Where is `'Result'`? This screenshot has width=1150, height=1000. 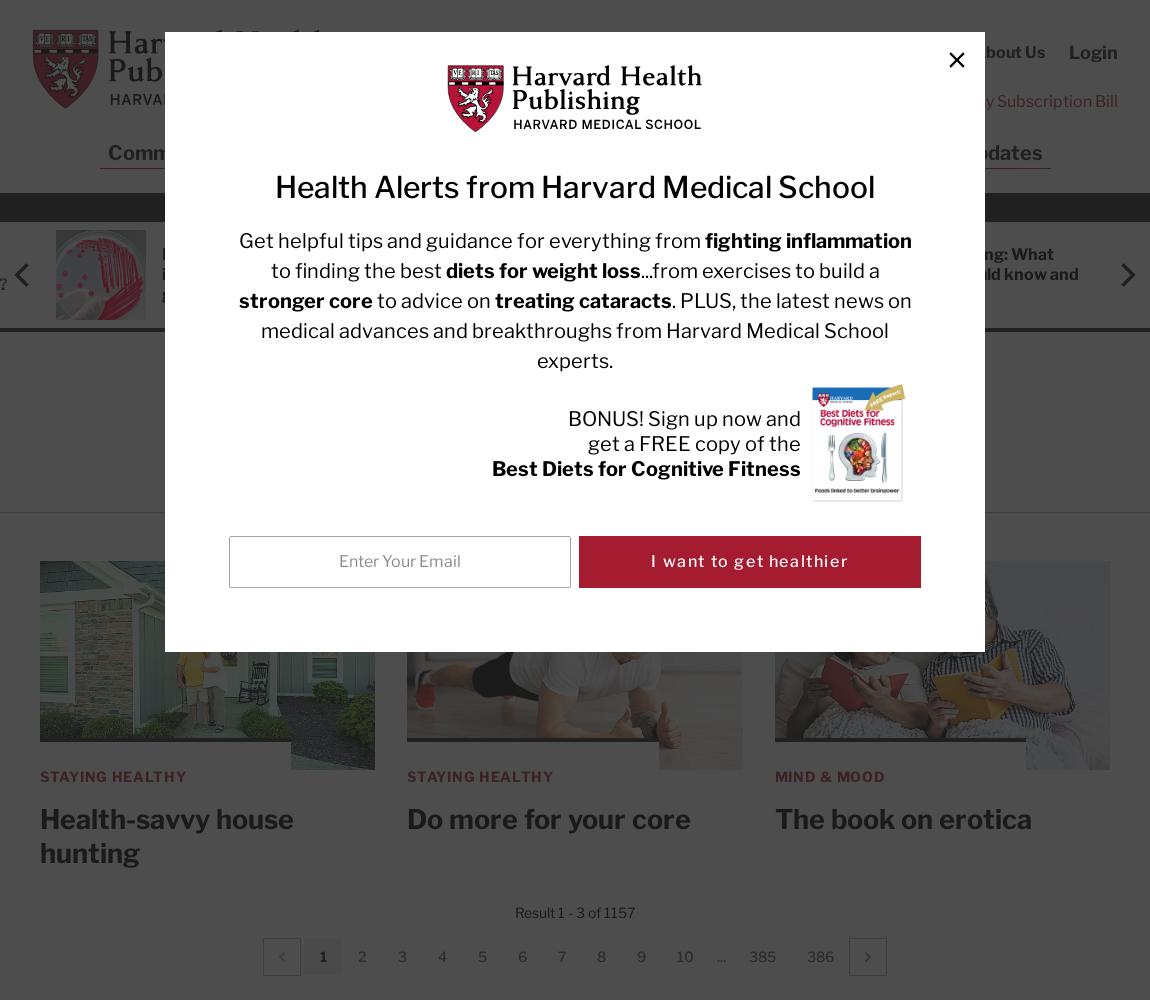
'Result' is located at coordinates (536, 911).